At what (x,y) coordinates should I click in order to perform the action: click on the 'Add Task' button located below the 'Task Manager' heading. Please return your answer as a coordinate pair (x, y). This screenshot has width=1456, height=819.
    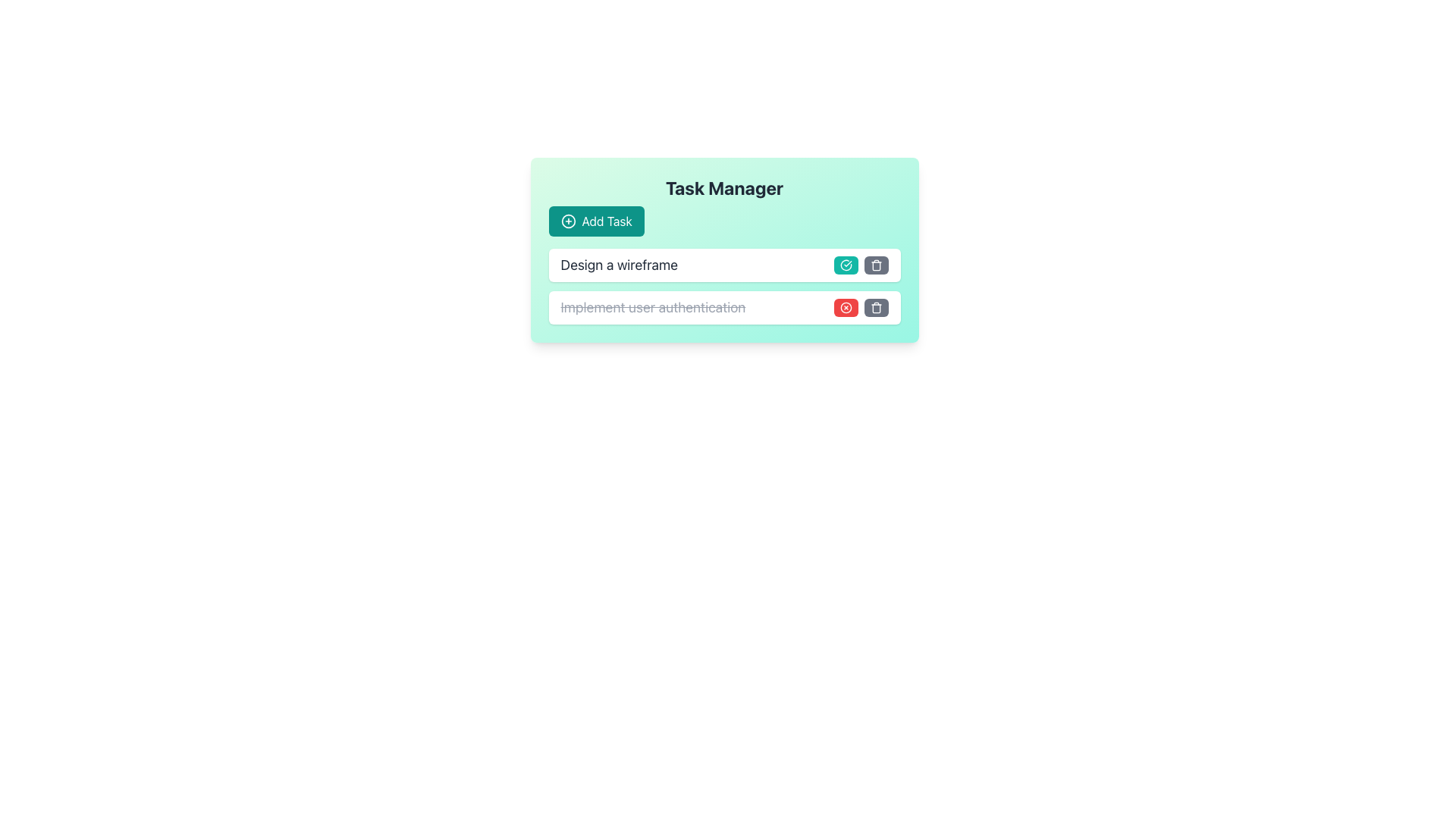
    Looking at the image, I should click on (595, 221).